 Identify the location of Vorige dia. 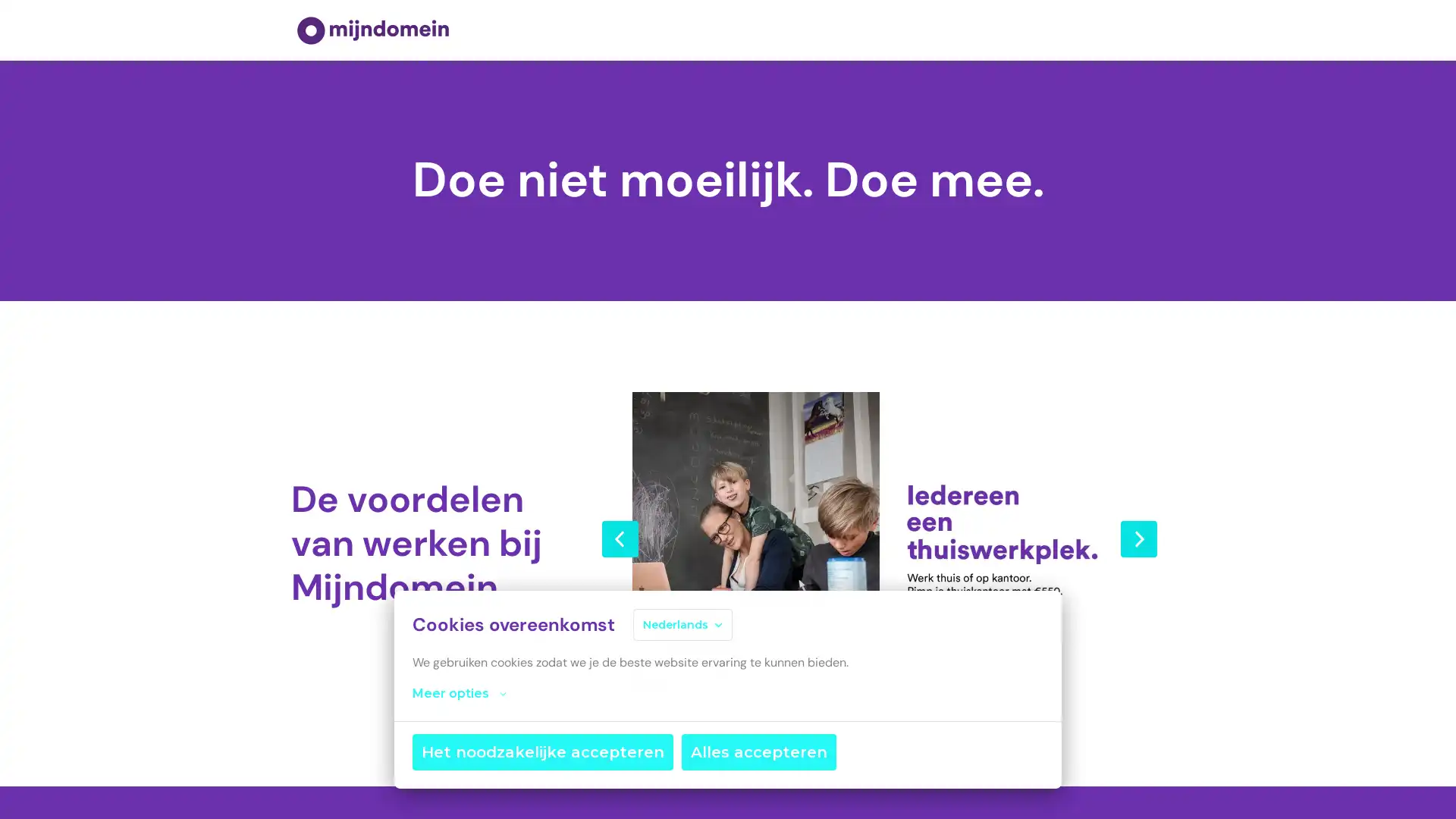
(620, 537).